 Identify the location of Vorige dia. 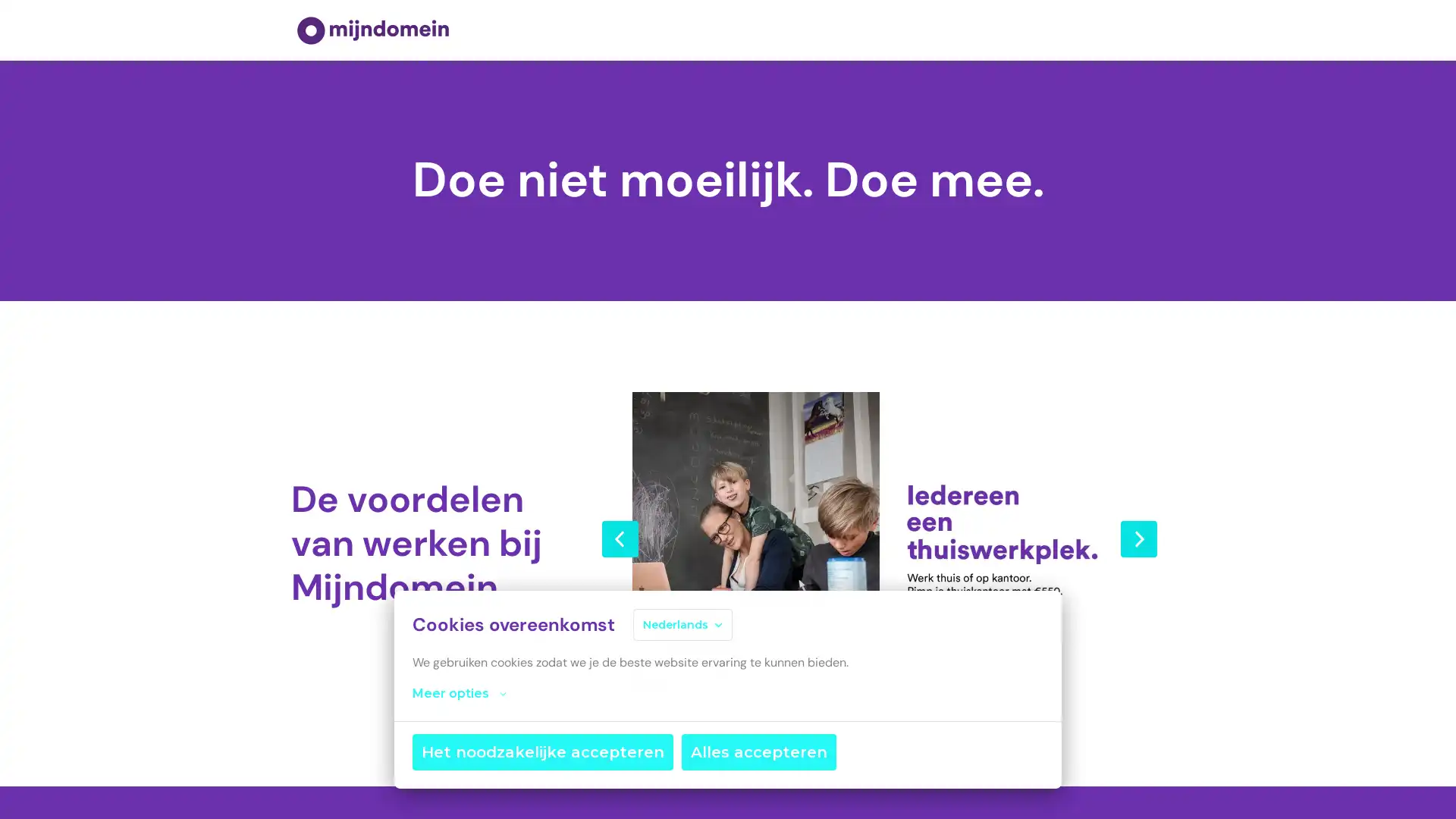
(620, 537).